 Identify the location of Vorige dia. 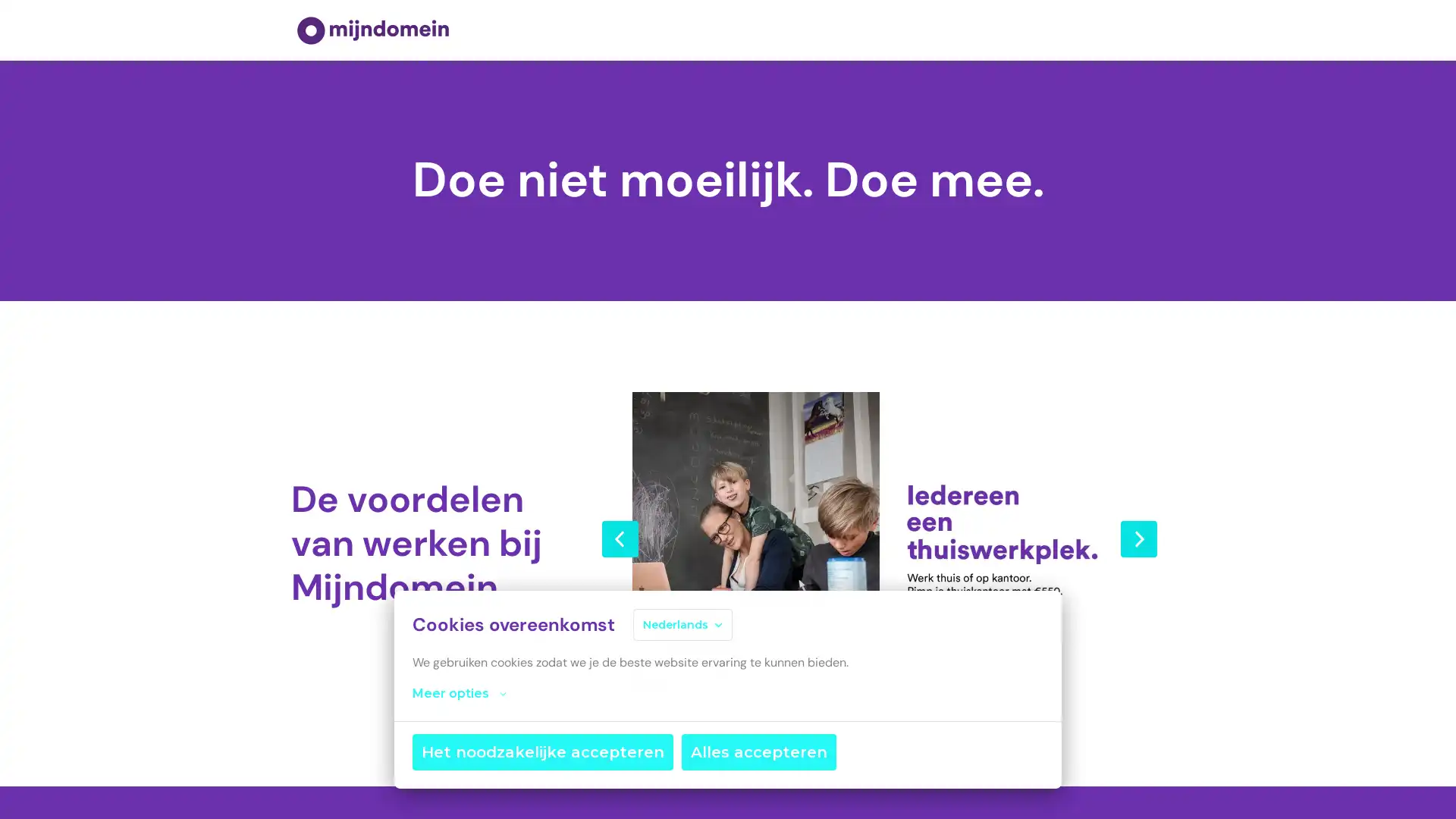
(620, 537).